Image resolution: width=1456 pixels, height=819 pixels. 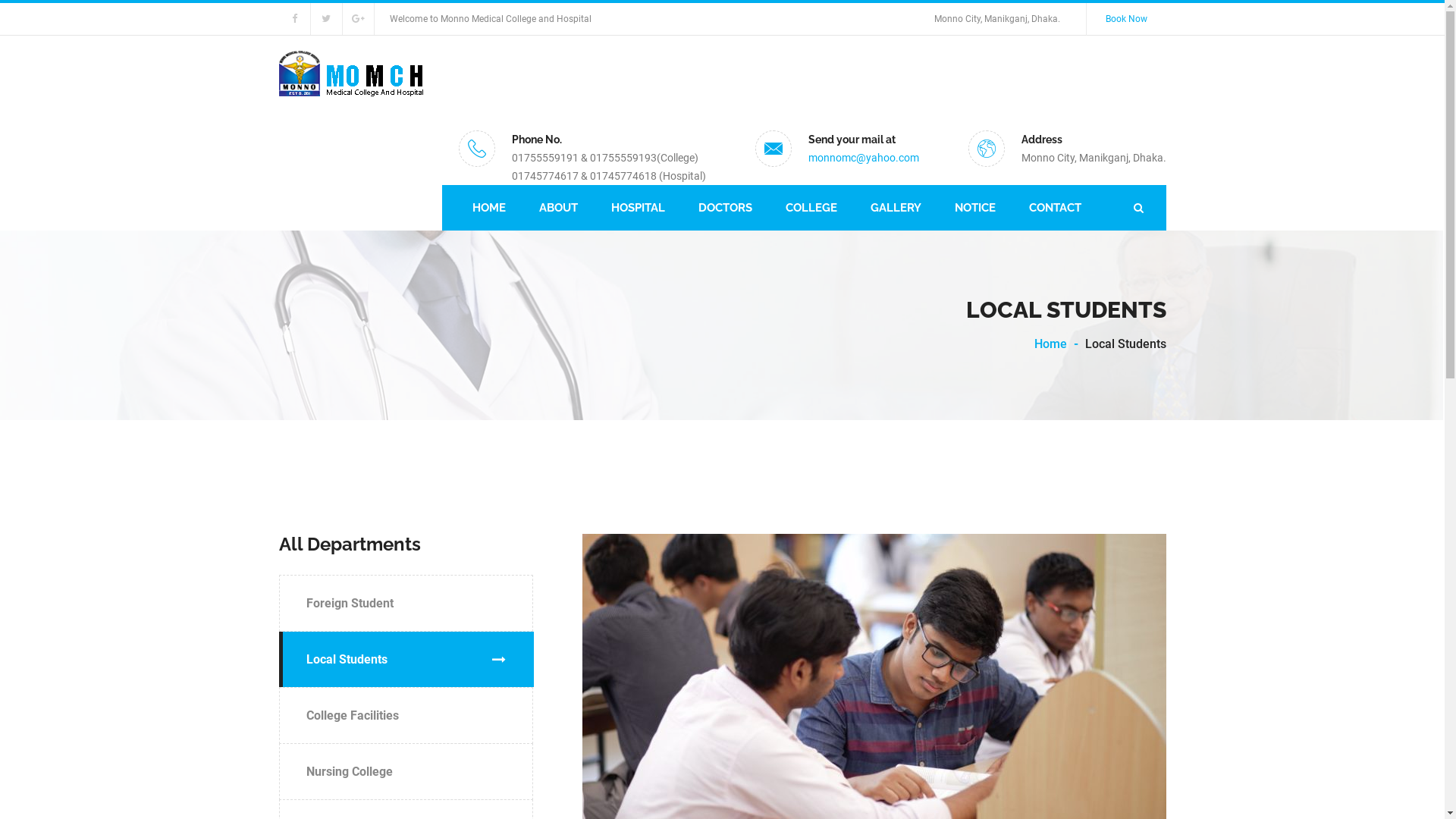 I want to click on 'COLLEGE', so click(x=786, y=207).